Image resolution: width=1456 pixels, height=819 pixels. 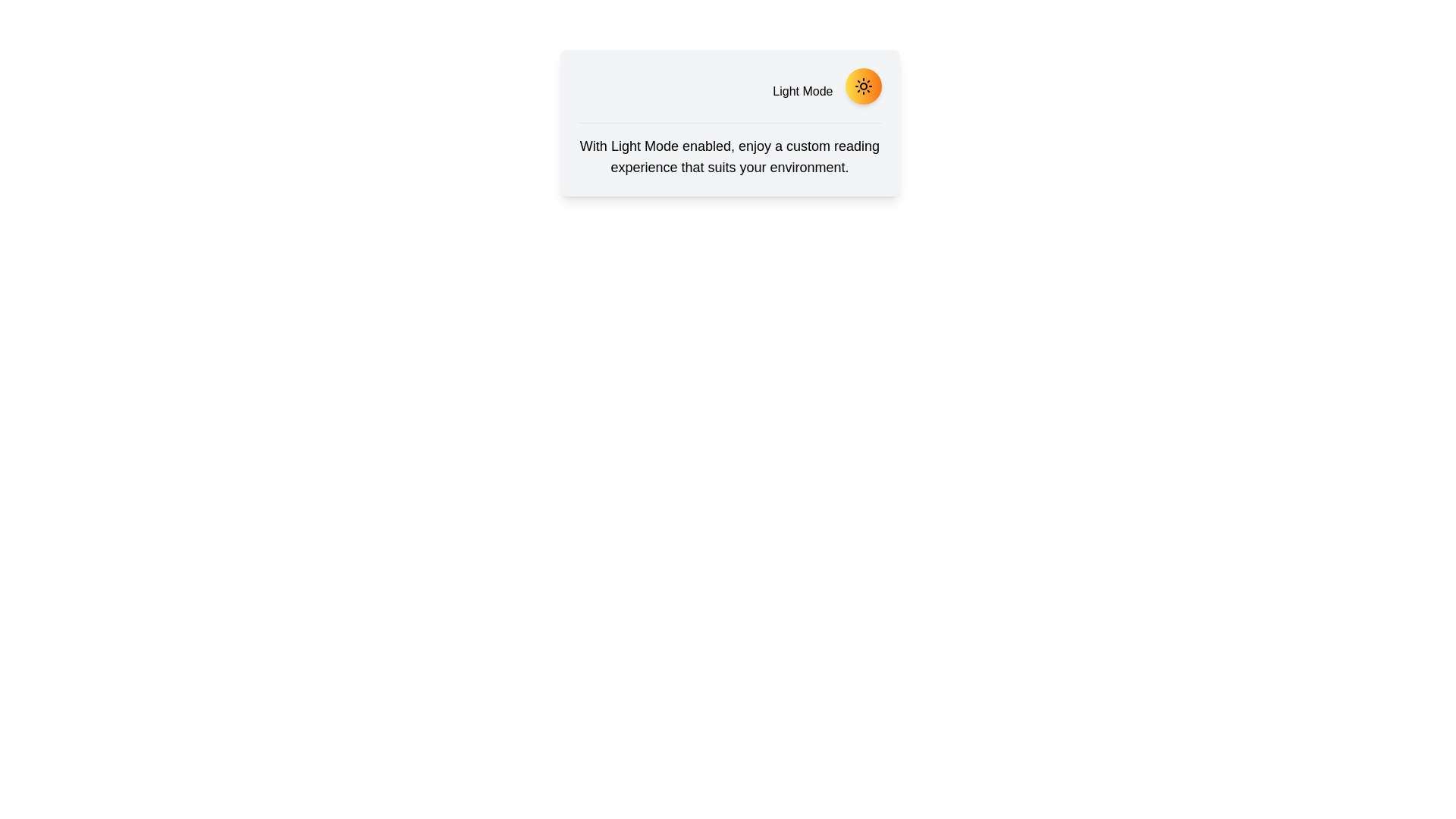 What do you see at coordinates (863, 86) in the screenshot?
I see `the button to toggle between Light Mode and Dark Mode` at bounding box center [863, 86].